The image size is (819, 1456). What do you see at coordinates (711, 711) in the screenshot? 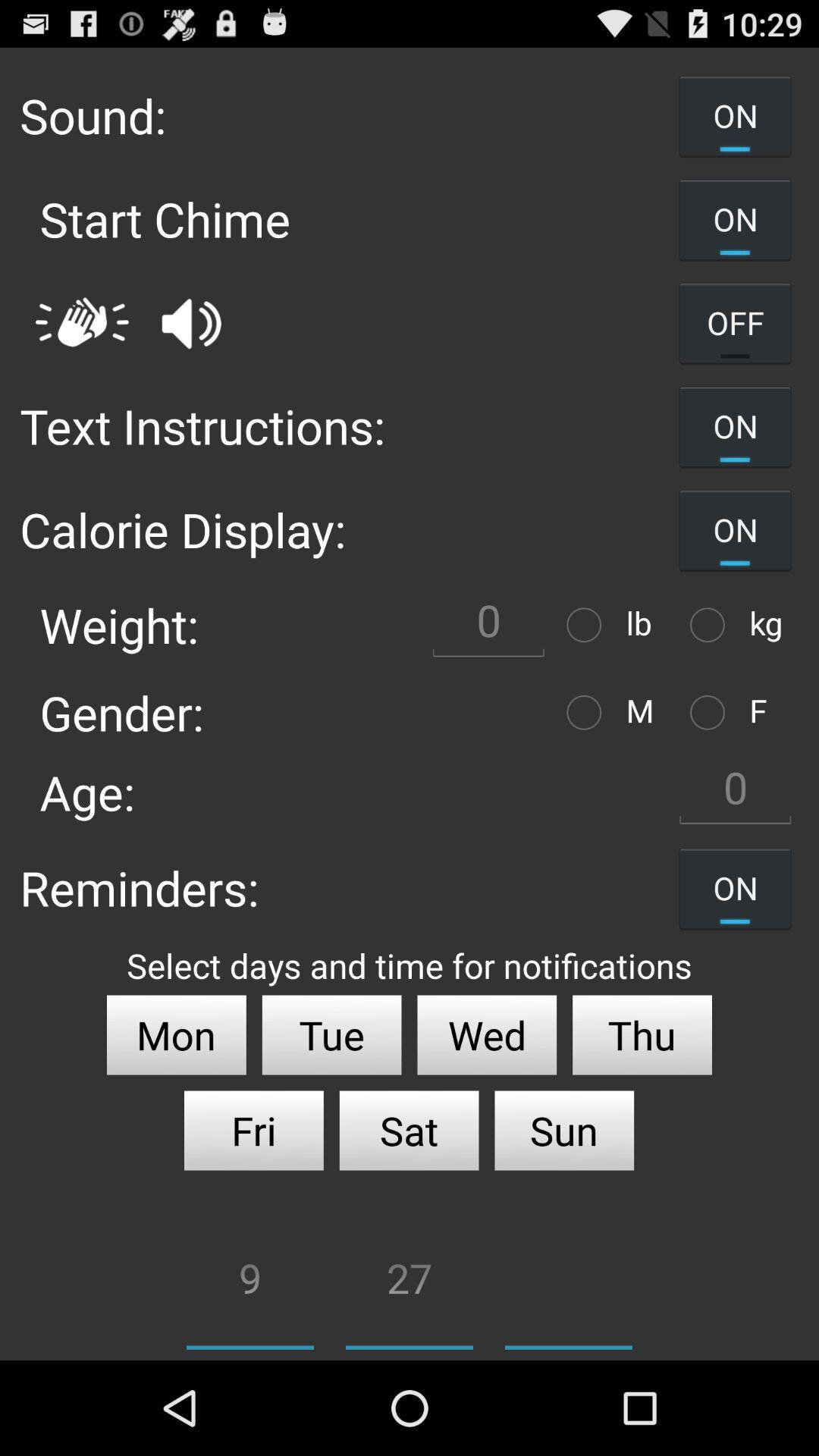
I see `clicks female` at bounding box center [711, 711].